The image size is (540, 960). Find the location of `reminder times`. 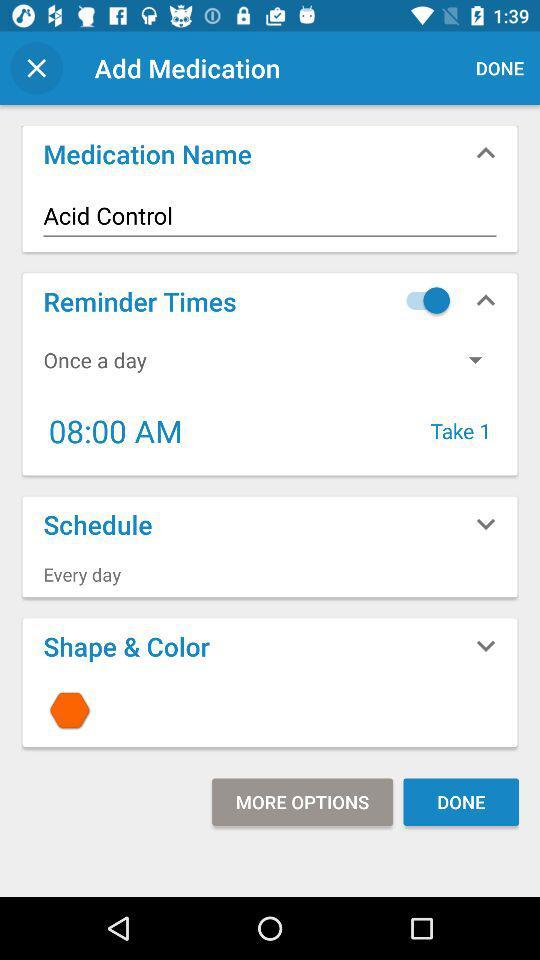

reminder times is located at coordinates (422, 299).